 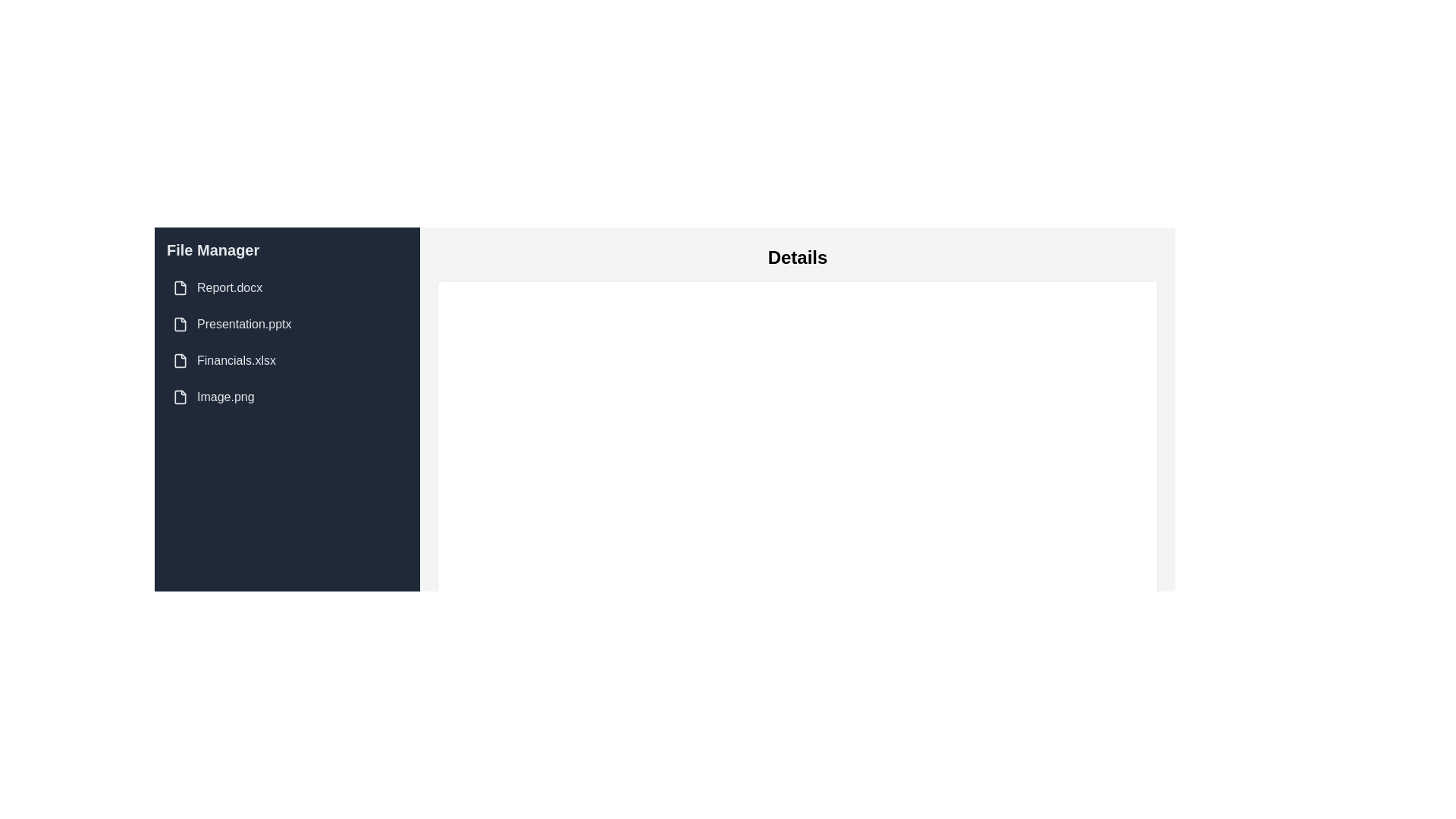 I want to click on the list item displaying the file name 'Financials.xlsx' to trigger the hover effect, so click(x=287, y=360).